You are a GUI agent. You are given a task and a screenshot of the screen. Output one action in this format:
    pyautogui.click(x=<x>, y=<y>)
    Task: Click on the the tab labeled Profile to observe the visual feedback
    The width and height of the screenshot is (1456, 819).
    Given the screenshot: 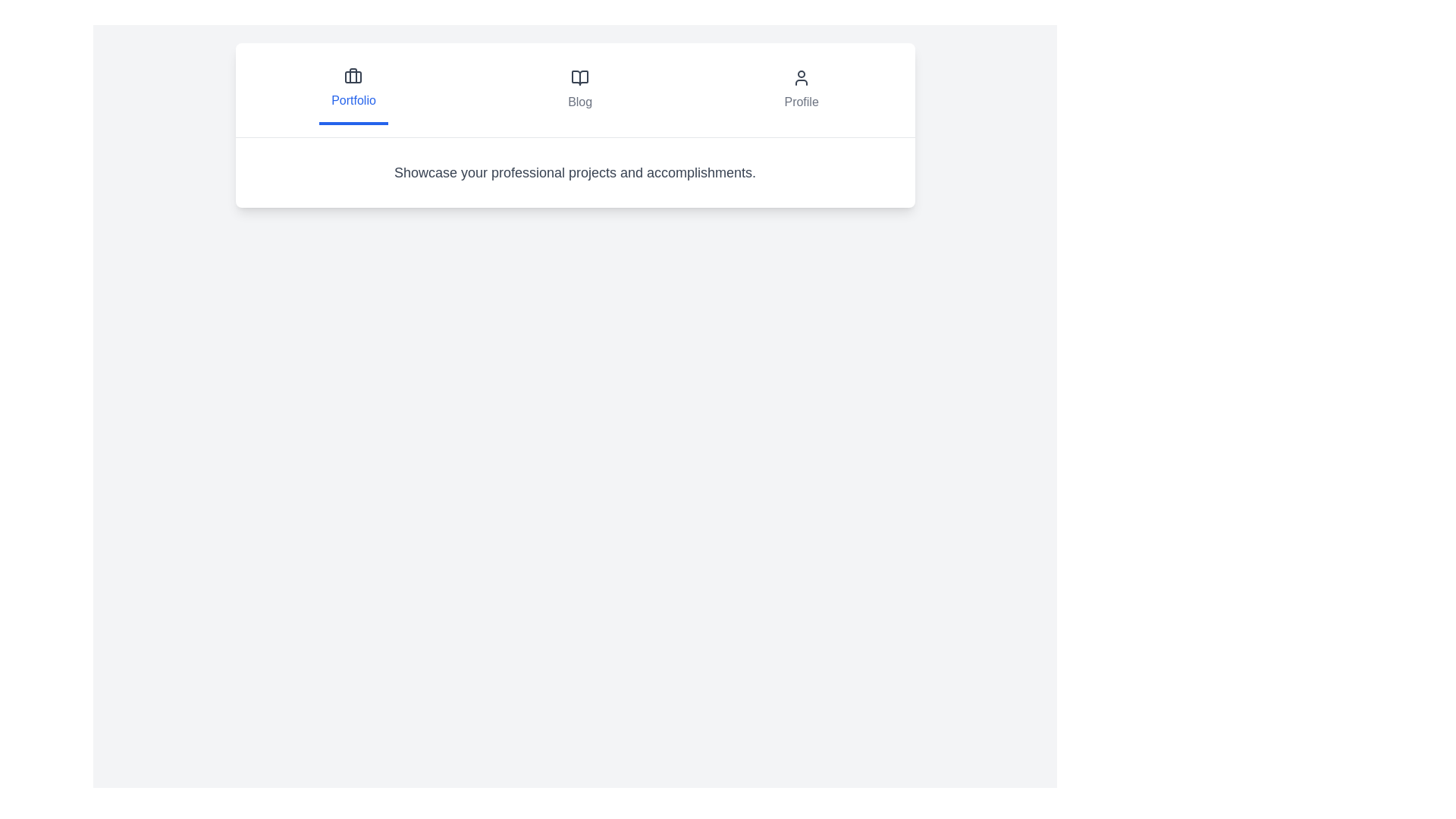 What is the action you would take?
    pyautogui.click(x=801, y=90)
    